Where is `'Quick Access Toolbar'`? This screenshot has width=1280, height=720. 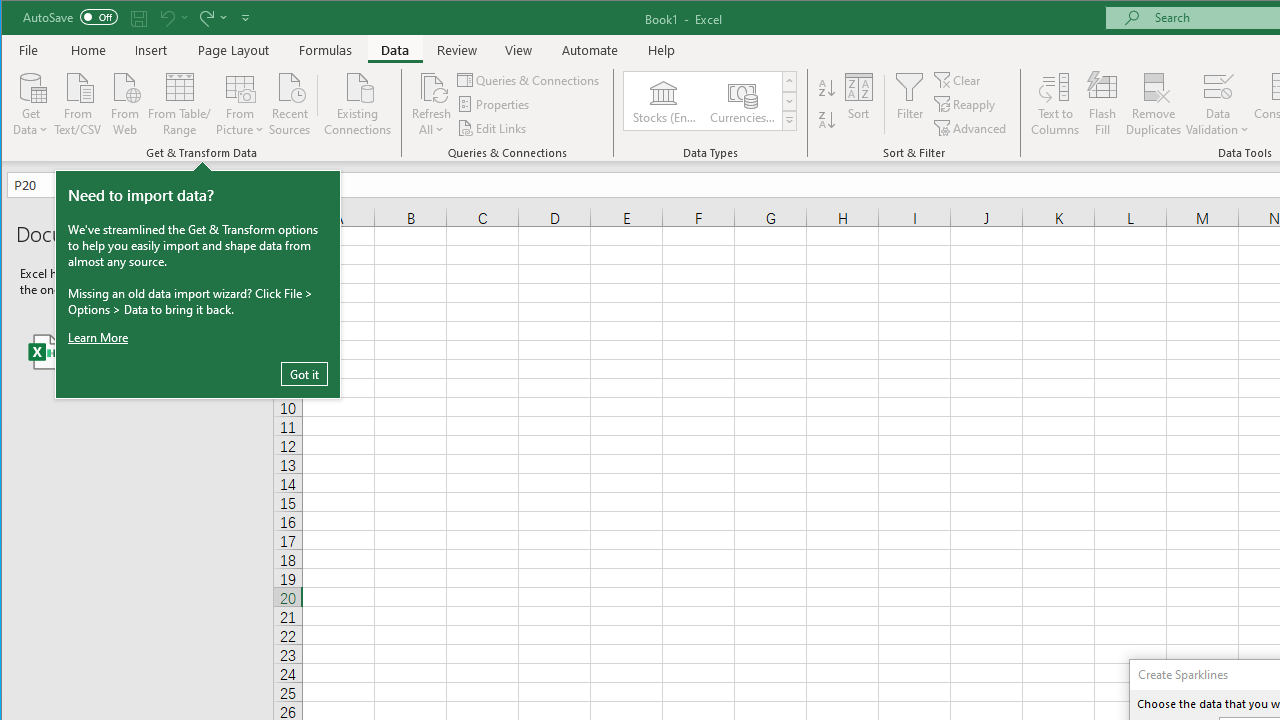
'Quick Access Toolbar' is located at coordinates (137, 18).